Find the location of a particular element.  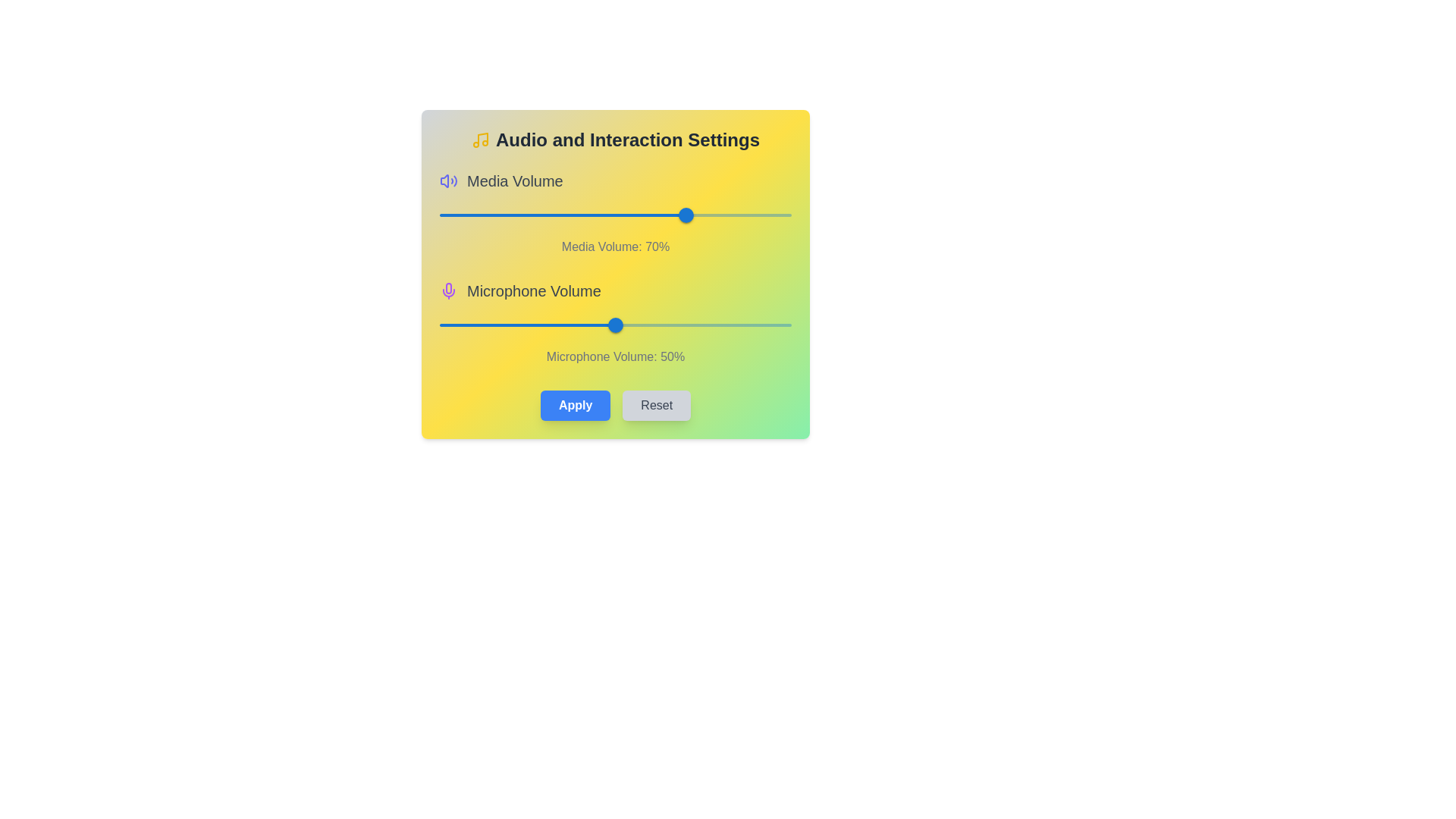

the slider value is located at coordinates (667, 215).